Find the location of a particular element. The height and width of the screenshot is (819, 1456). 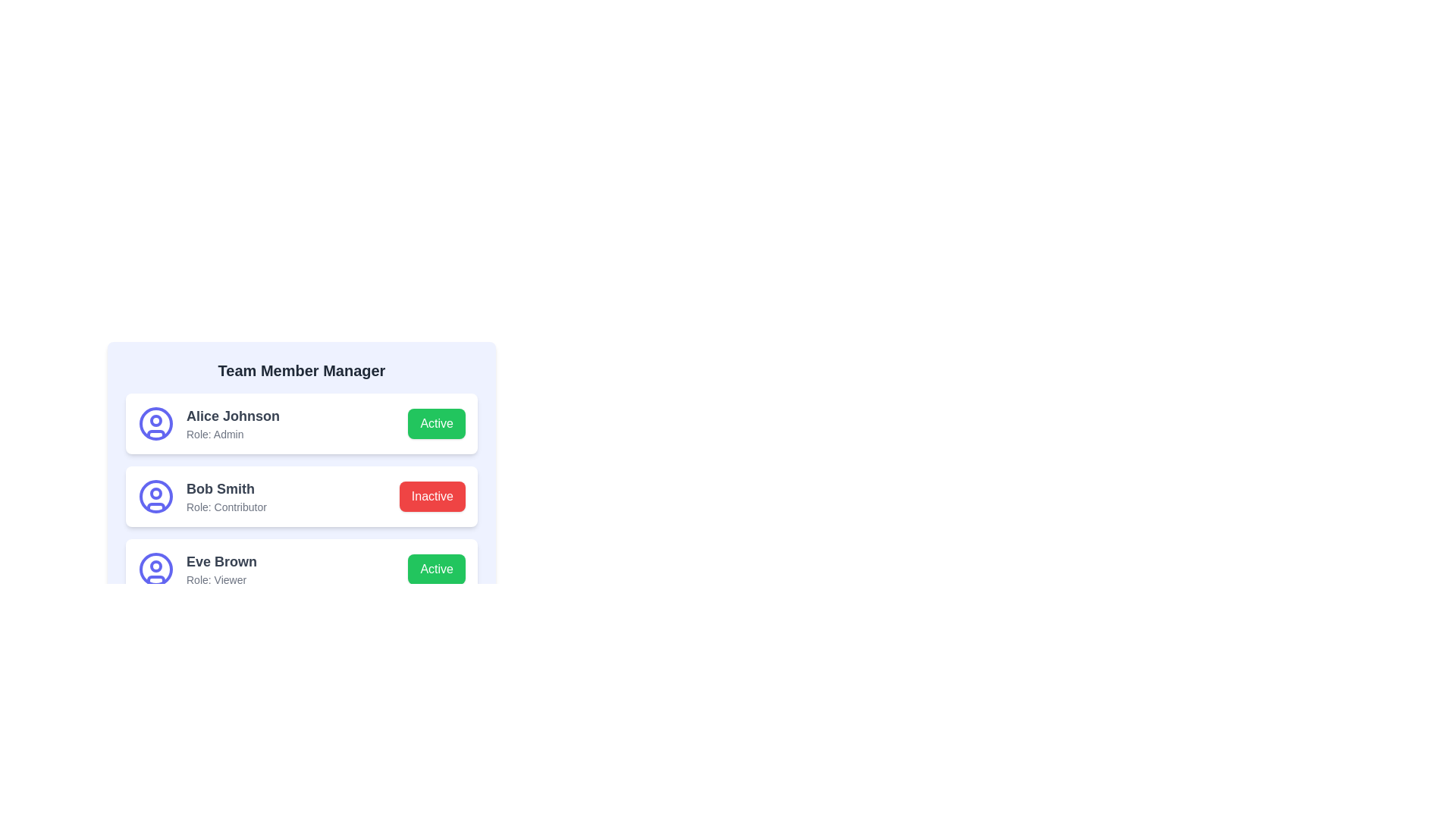

the Text Label displaying 'Role: Viewer', which is located below 'Eve Brown' in the 'Team Member Manager' list entry is located at coordinates (221, 579).